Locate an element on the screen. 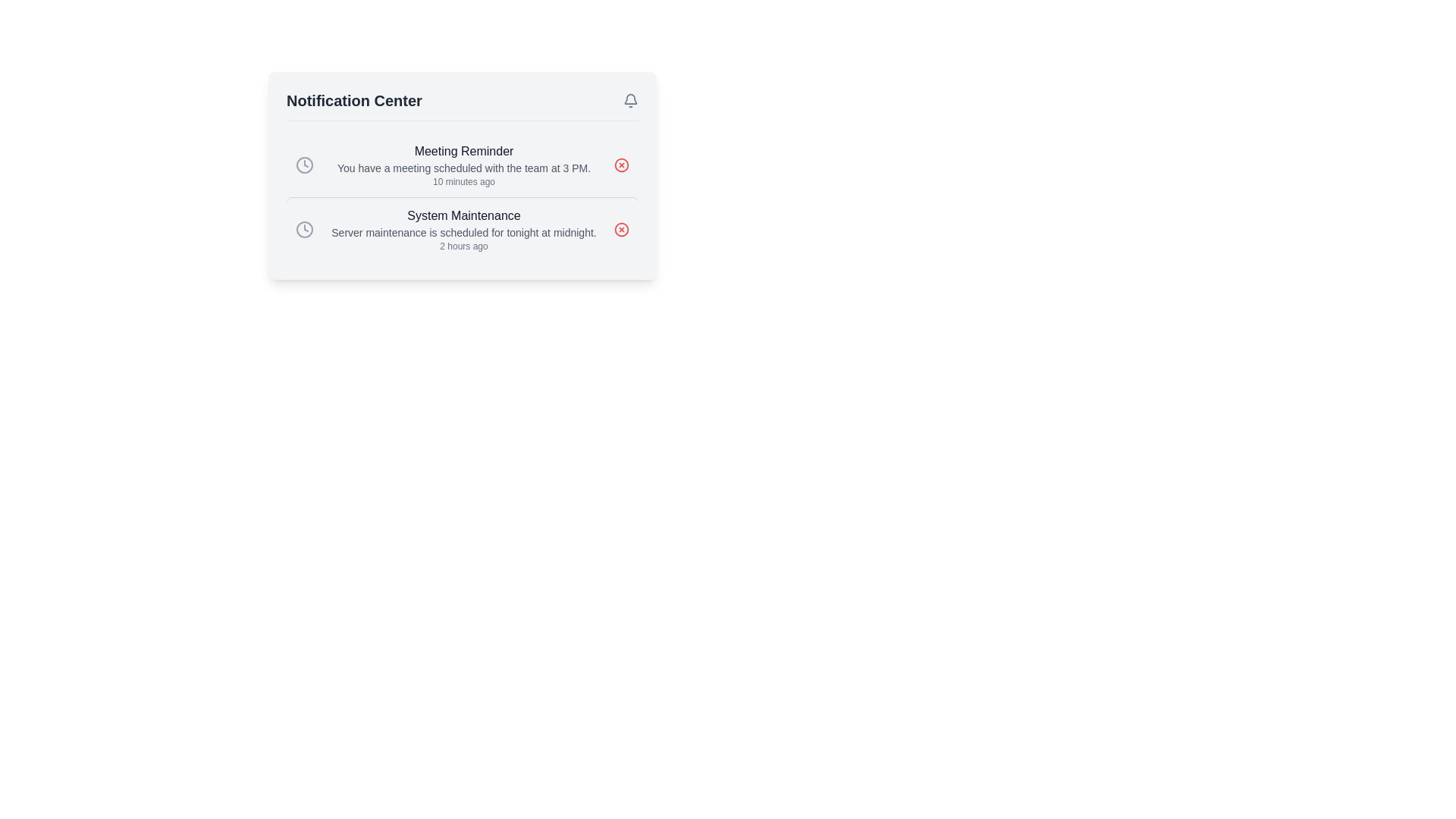 This screenshot has width=1456, height=819. the static text displaying '10 minutes ago', which is styled in a small gray font and located below the main text of the 'Meeting Reminder' notification is located at coordinates (463, 180).